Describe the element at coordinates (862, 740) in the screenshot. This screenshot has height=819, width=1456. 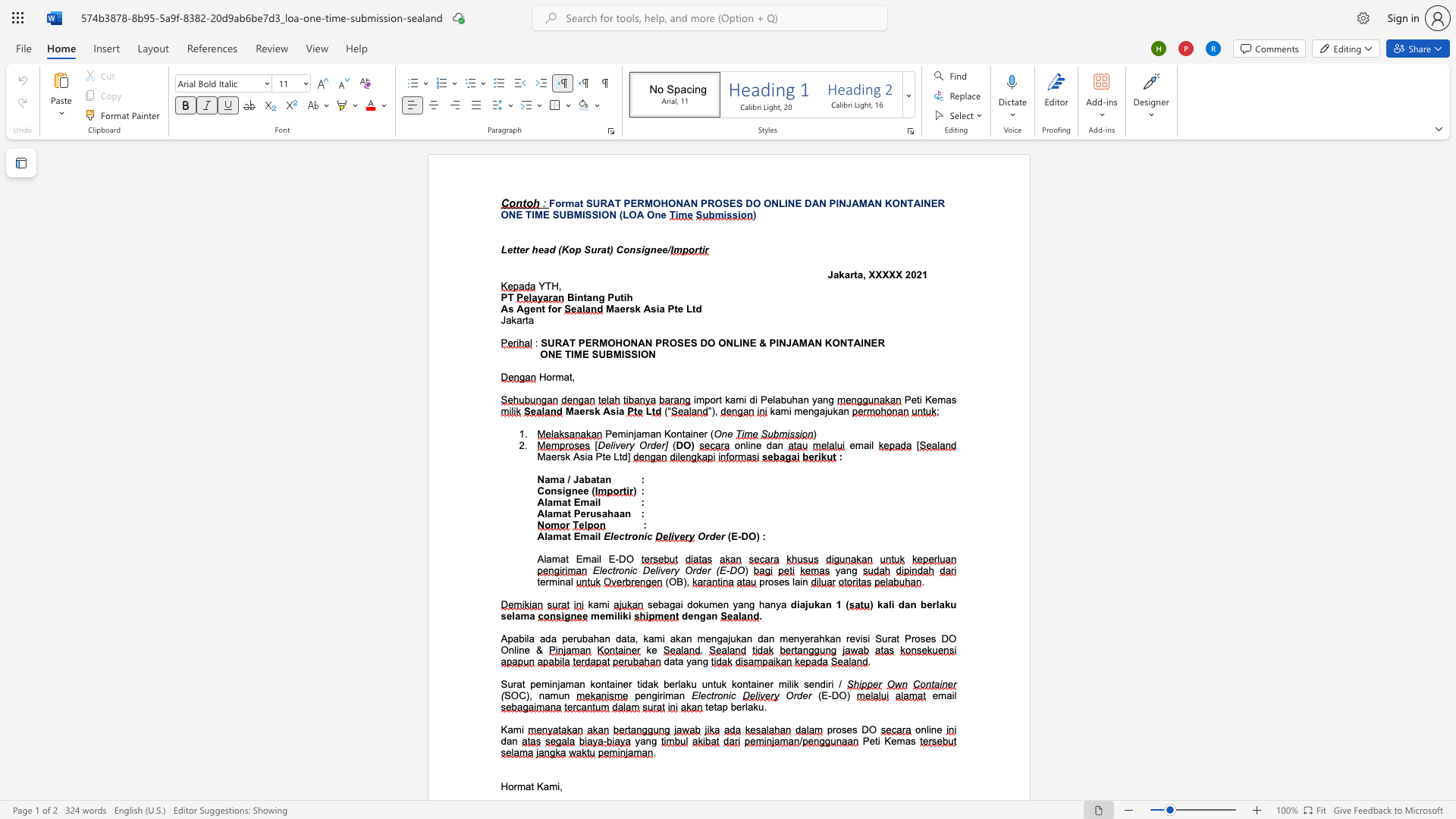
I see `the subset text "Peti Kem" within the text "Peti Kemas"` at that location.